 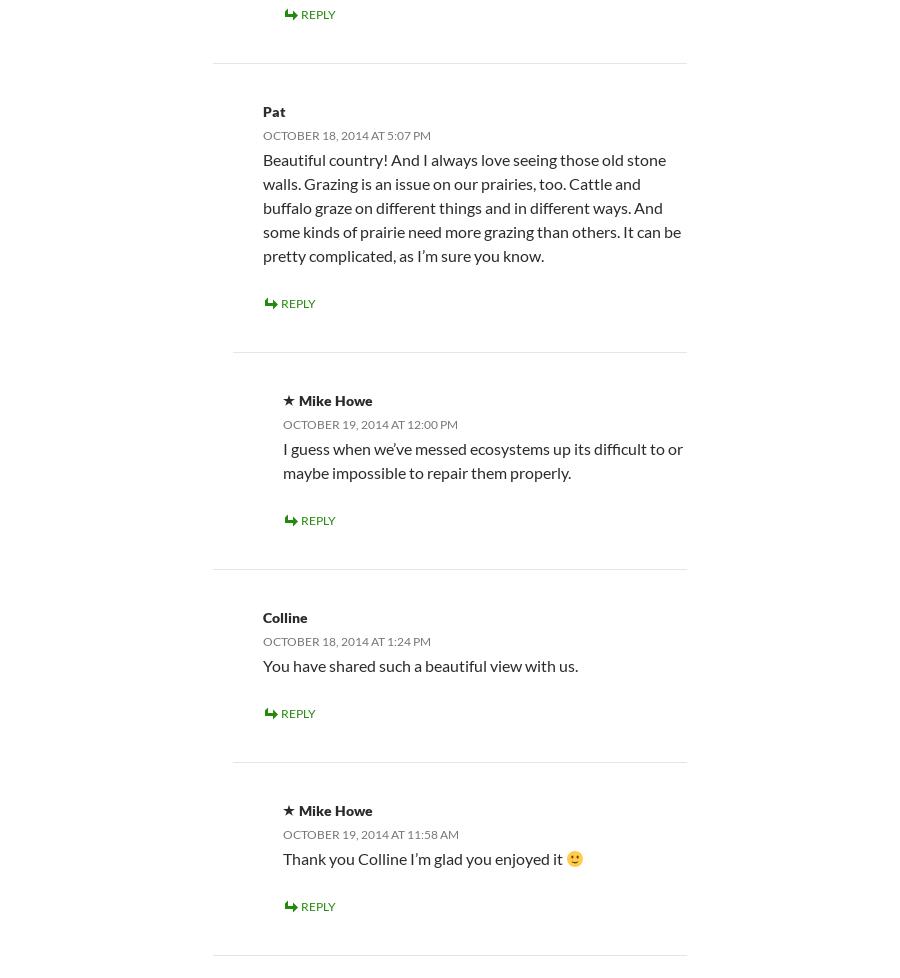 I want to click on 'Beautiful country!  And I always love seeing those old stone walls.  Grazing is an issue on our prairies, too.  Cattle and buffalo graze on different things and in different ways.  And some kinds of prairie need more grazing than others.  It can be pretty complicated, as I’m sure you know.', so click(x=470, y=206).